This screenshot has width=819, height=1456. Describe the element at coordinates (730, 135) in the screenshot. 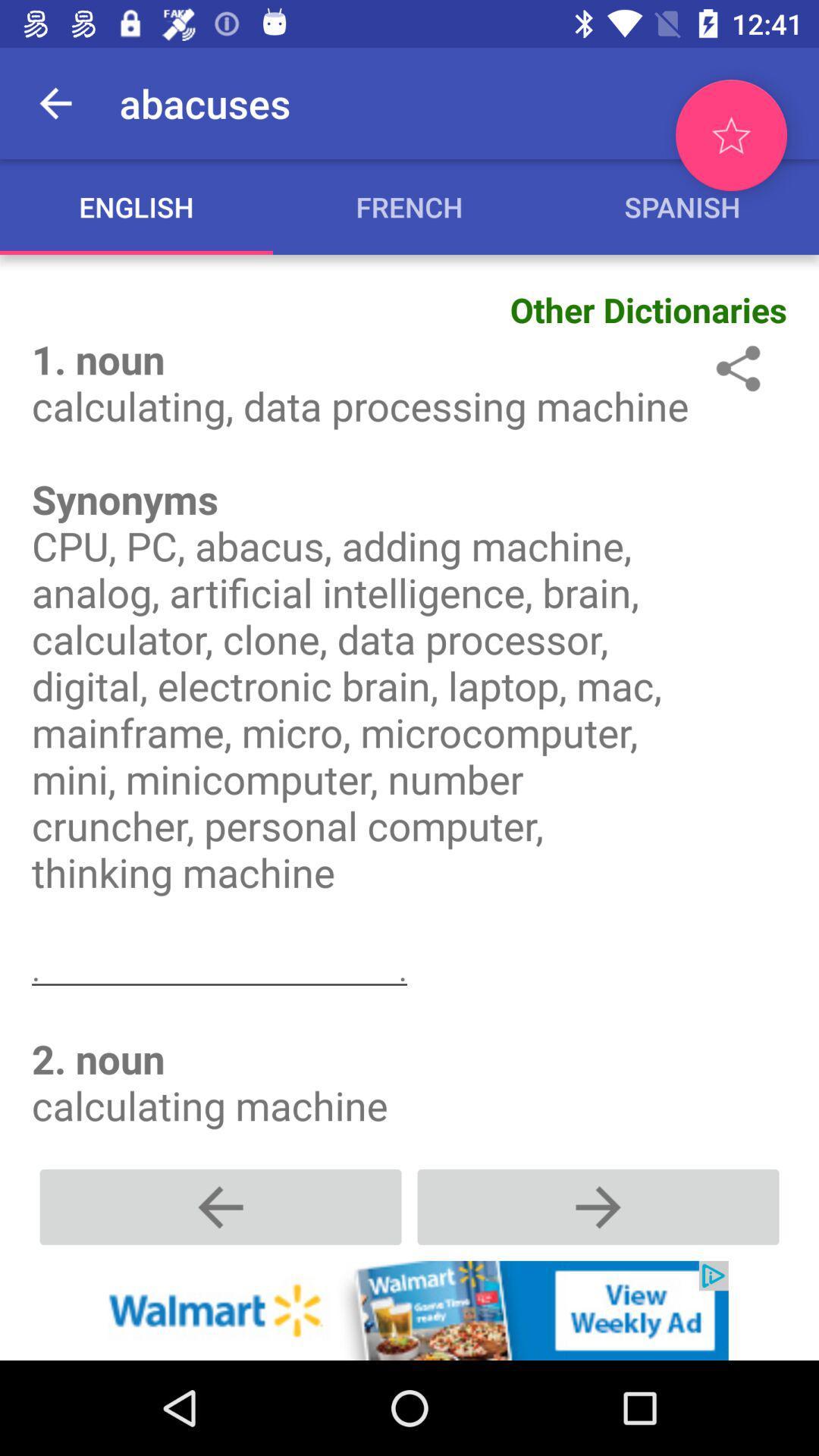

I see `the star icon` at that location.